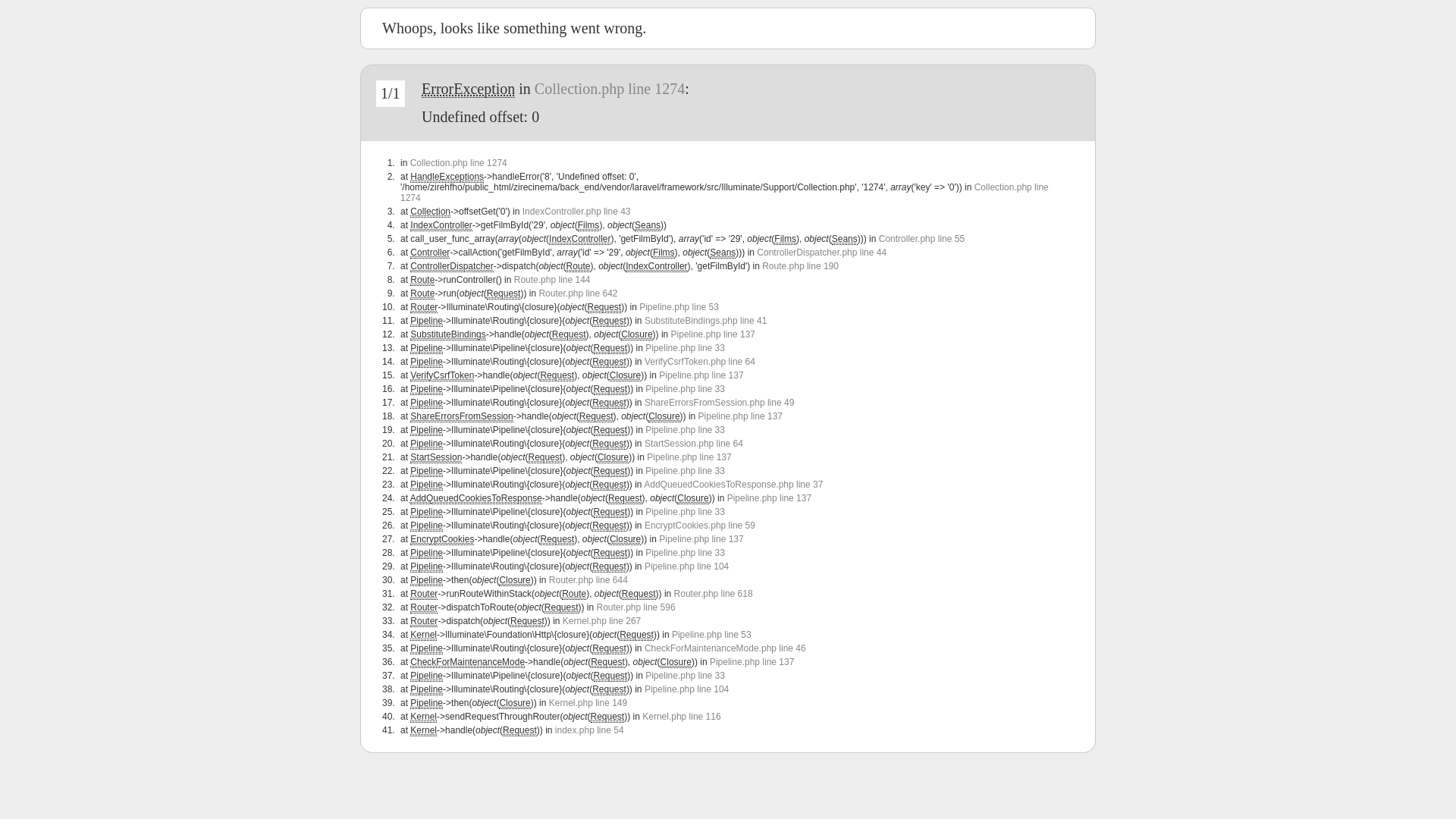  I want to click on 'ShareErrorsFromSession.php line 49', so click(718, 402).